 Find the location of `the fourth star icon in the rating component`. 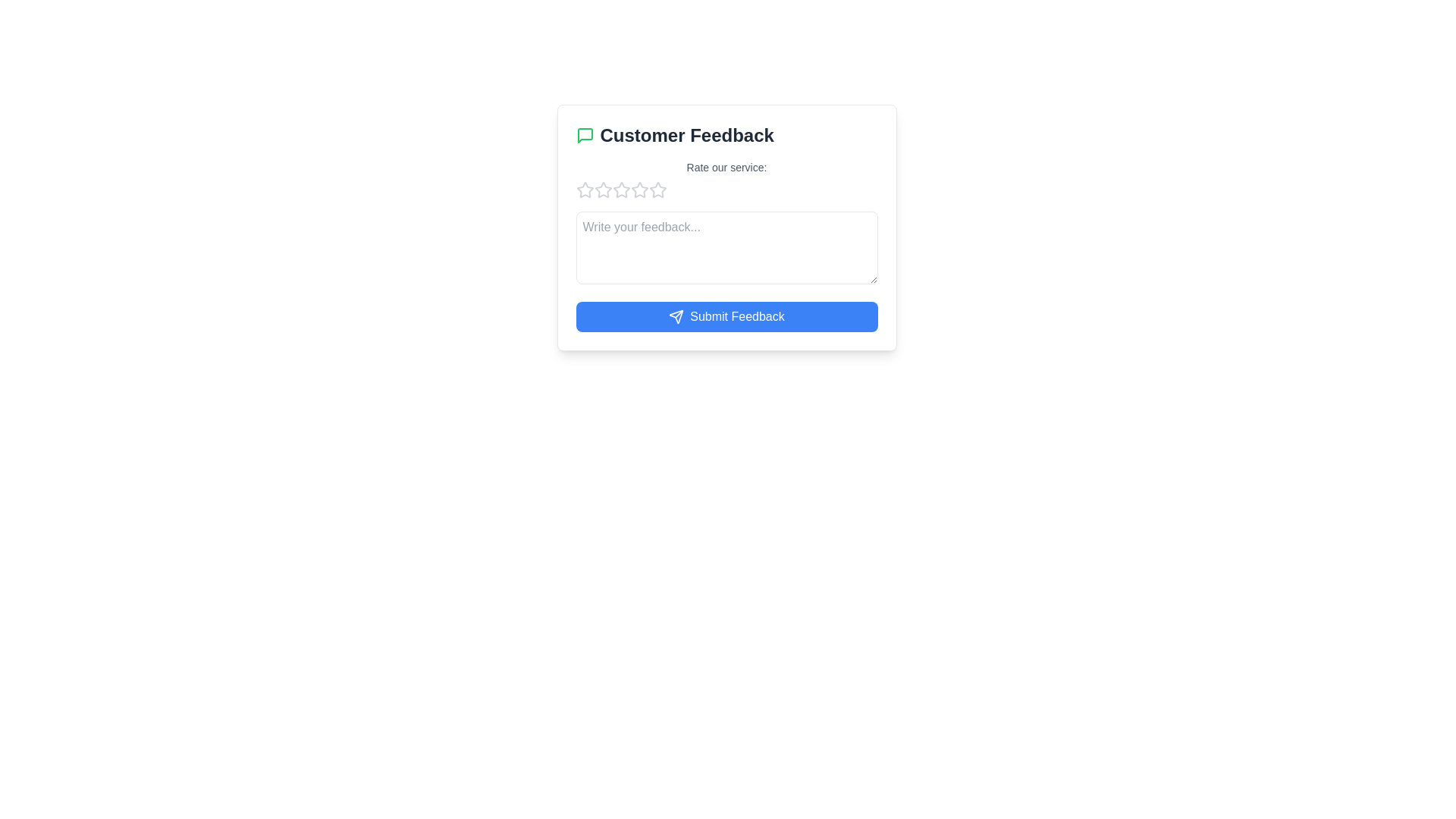

the fourth star icon in the rating component is located at coordinates (621, 189).